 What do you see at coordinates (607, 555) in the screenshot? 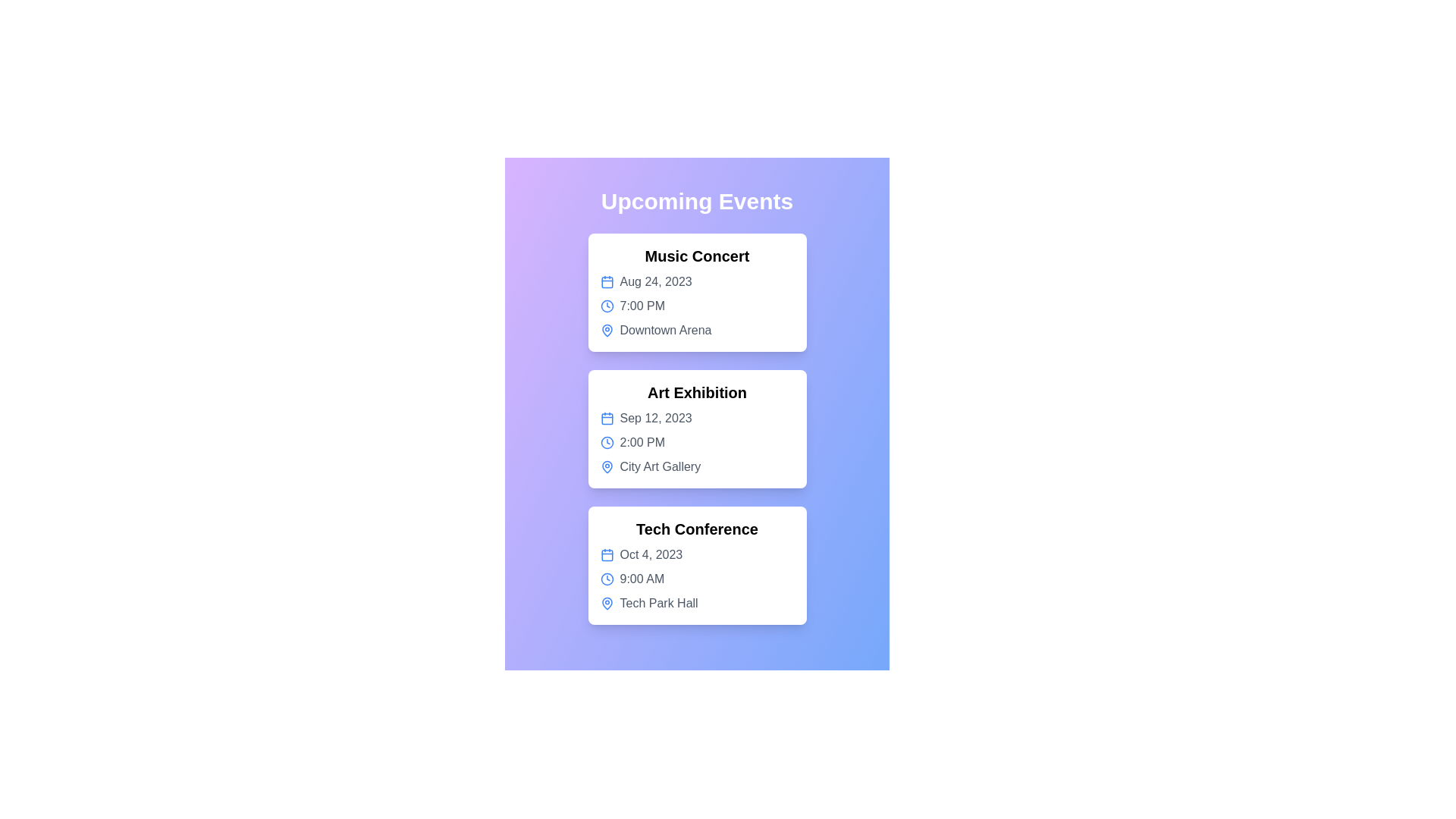
I see `the background rectangle of the calendar icon representing the date section of the 'Tech Conference' event` at bounding box center [607, 555].